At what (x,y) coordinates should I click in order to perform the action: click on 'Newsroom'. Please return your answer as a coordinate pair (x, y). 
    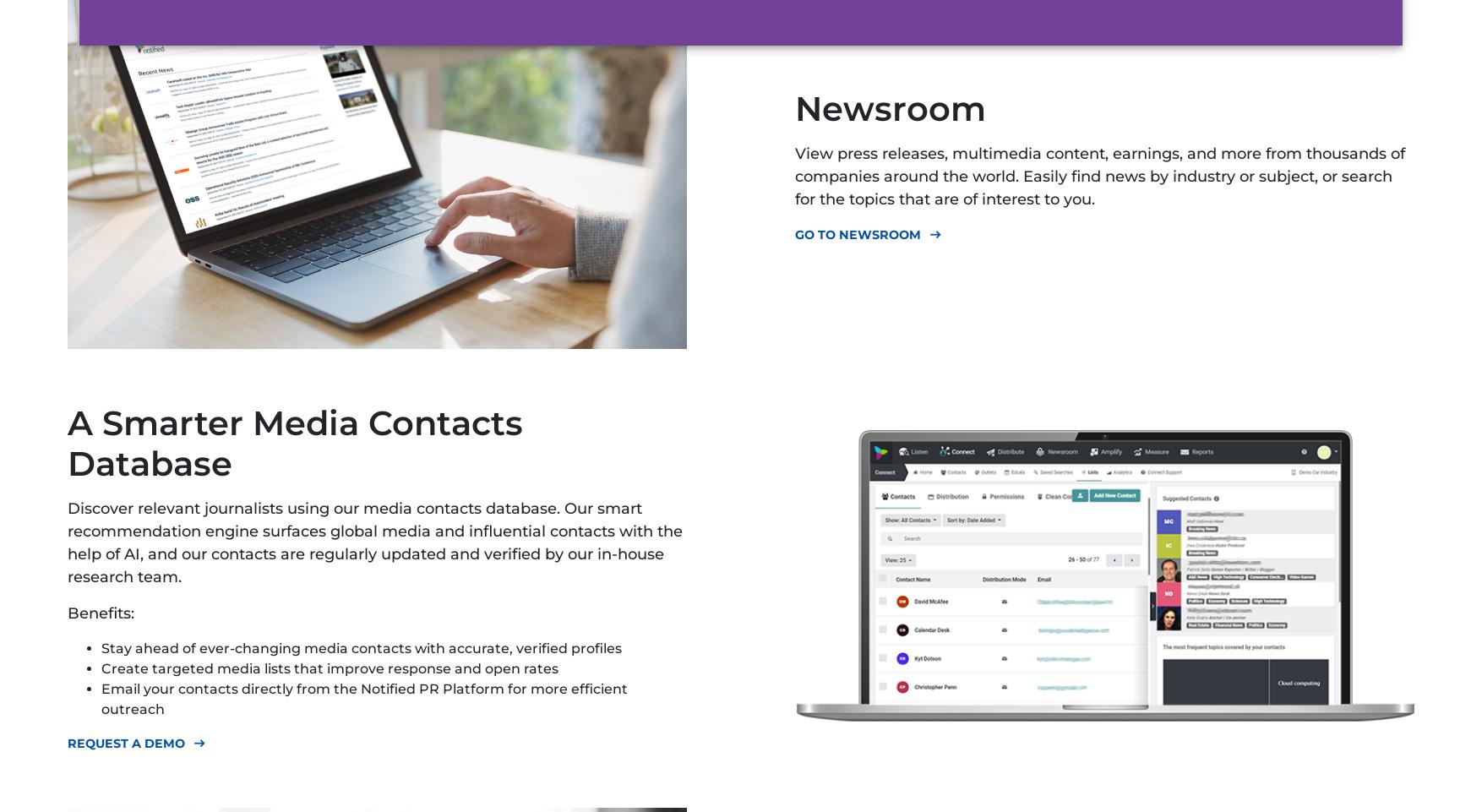
    Looking at the image, I should click on (795, 106).